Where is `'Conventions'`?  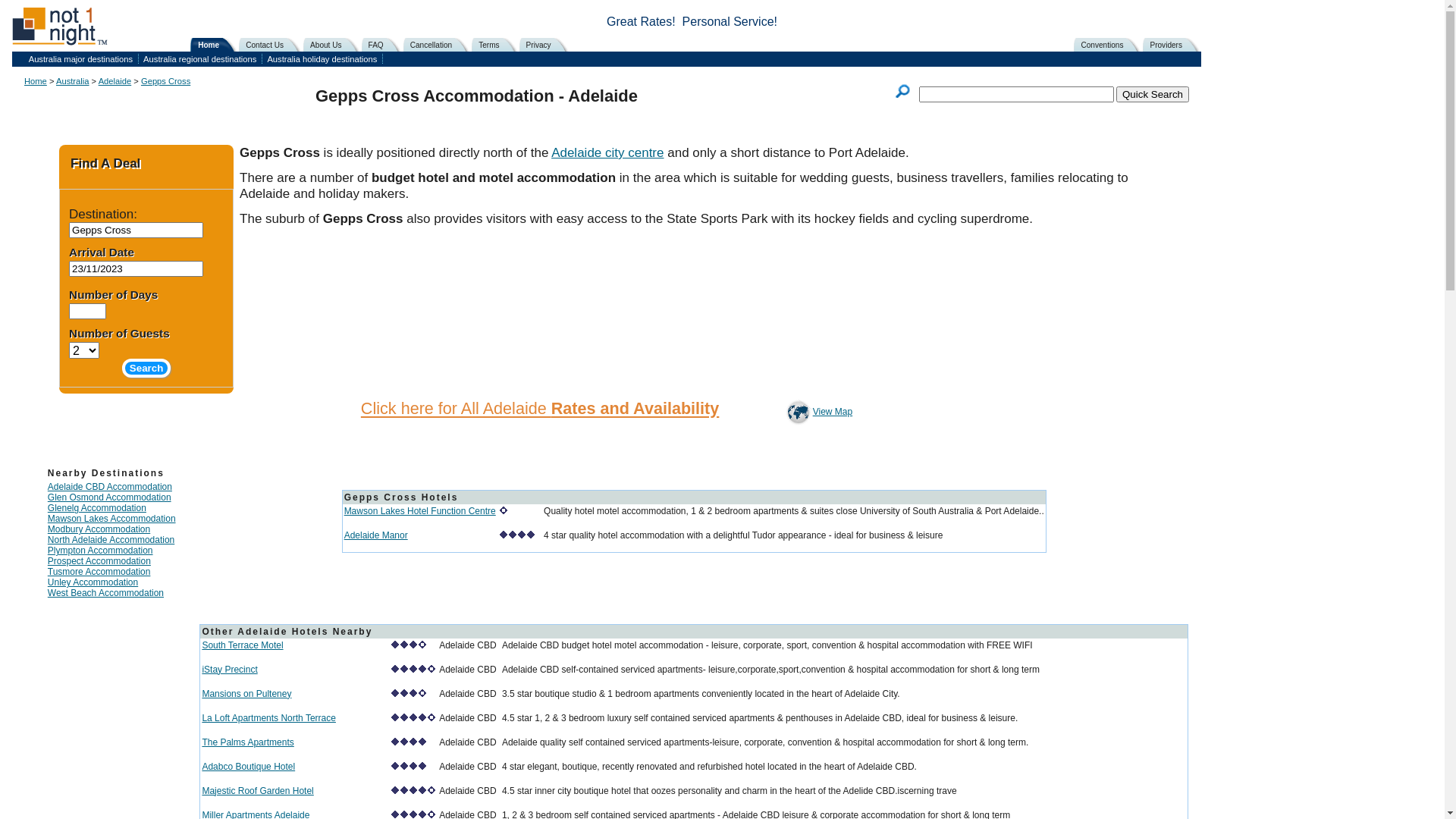
'Conventions' is located at coordinates (1109, 43).